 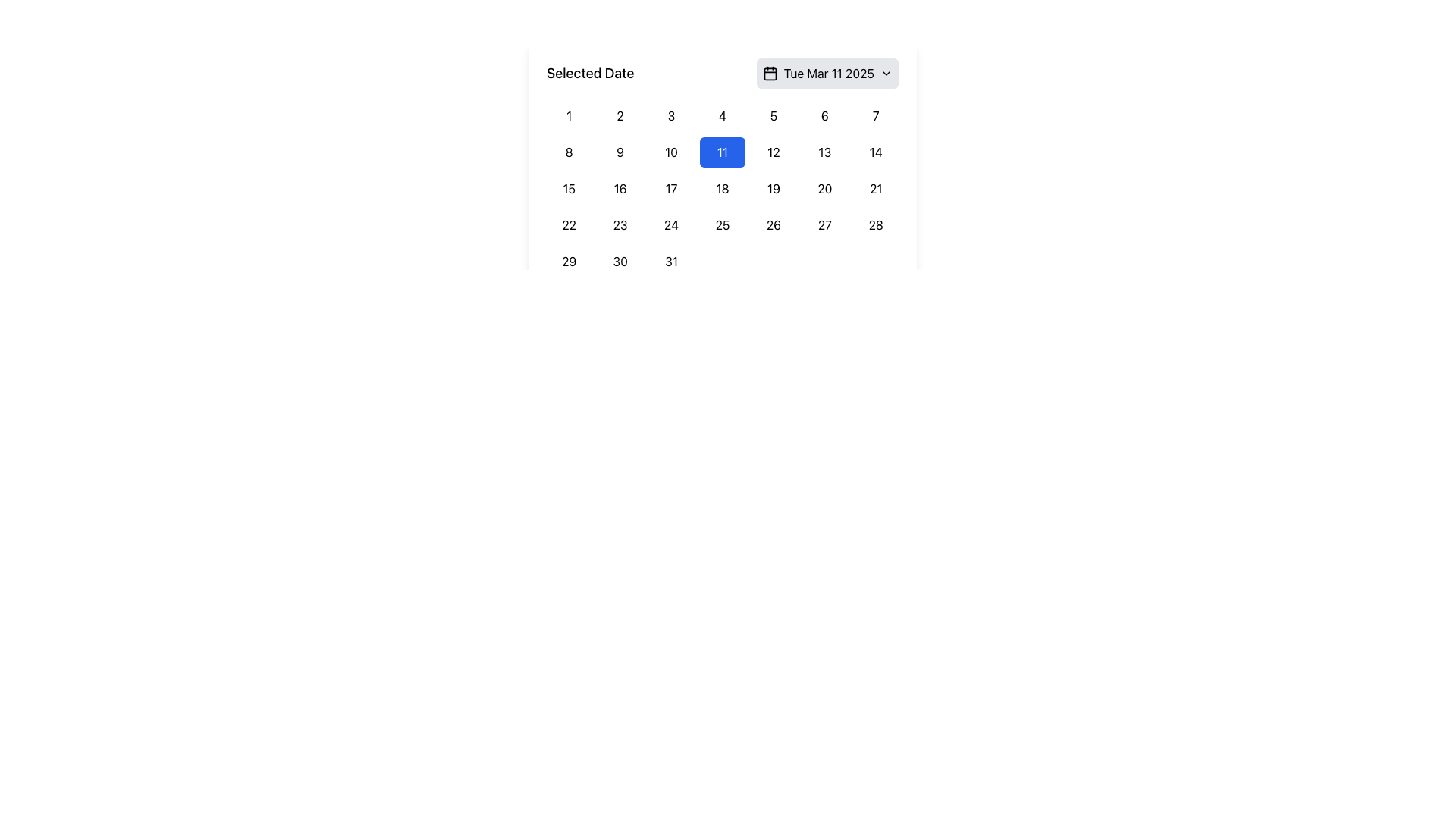 I want to click on the Text button representing the date '29' in the bottom-left area of the calendar grid, so click(x=568, y=260).